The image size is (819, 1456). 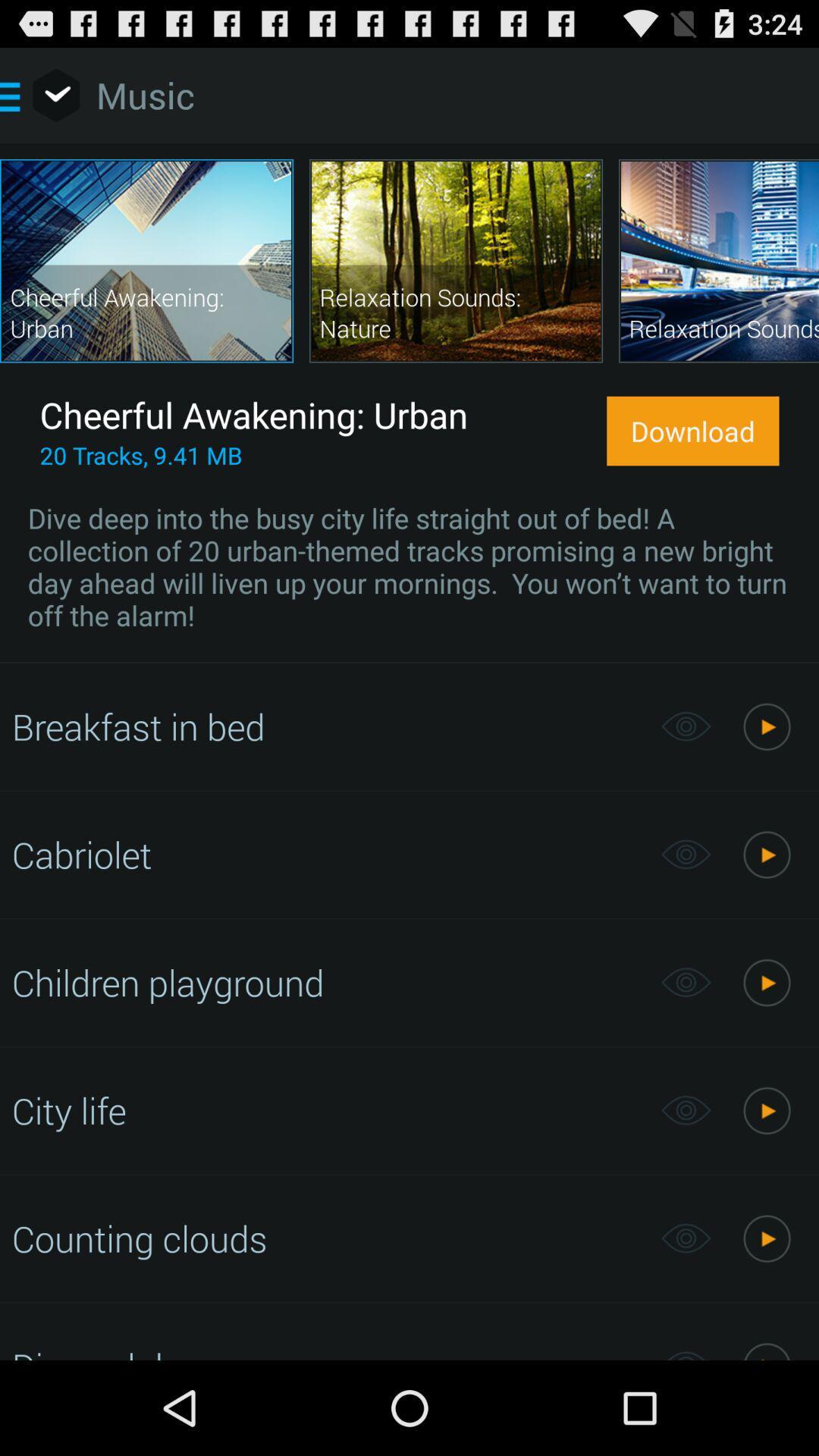 I want to click on item below the city life, so click(x=328, y=1238).